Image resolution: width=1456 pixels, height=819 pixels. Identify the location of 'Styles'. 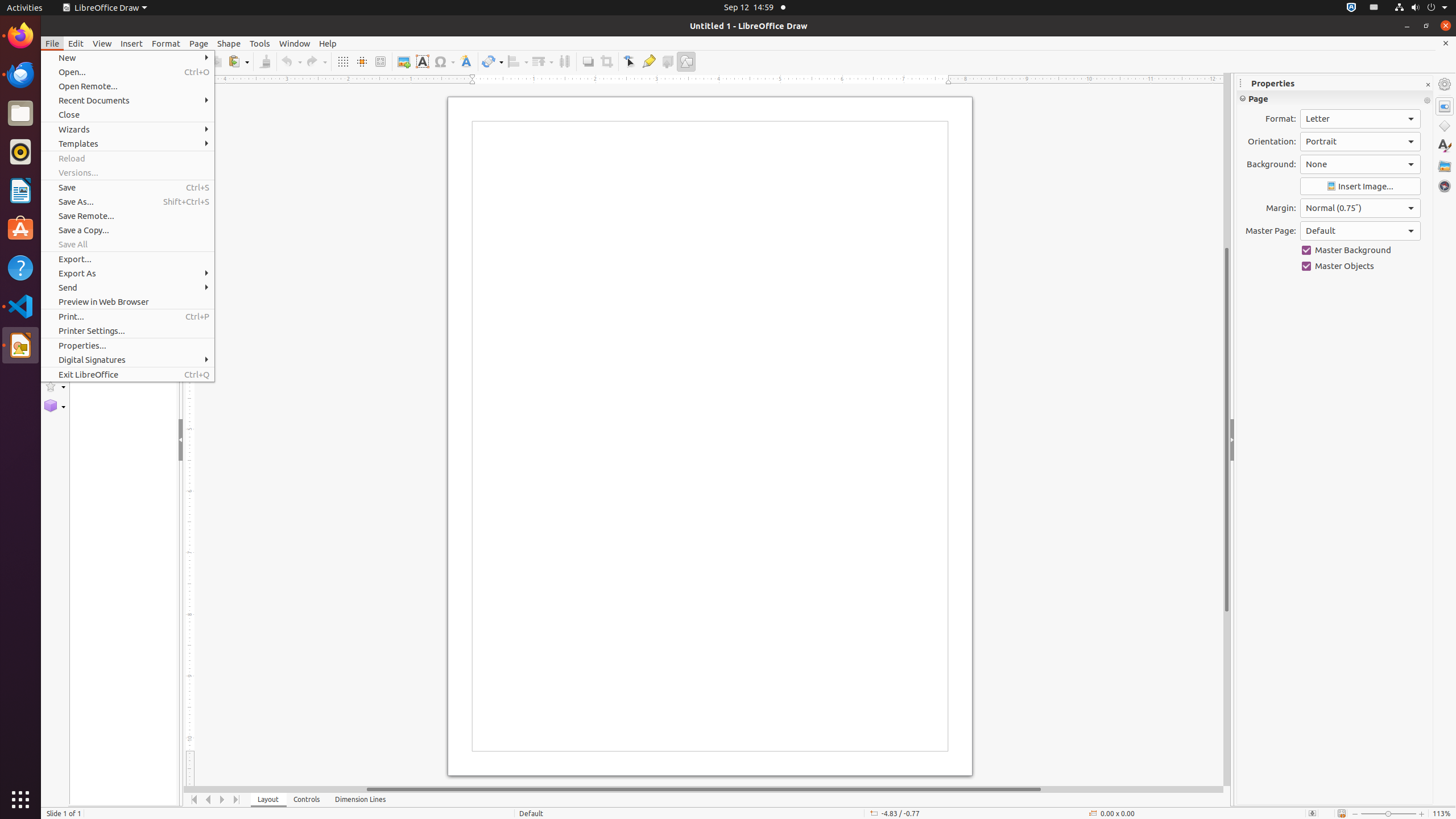
(1444, 146).